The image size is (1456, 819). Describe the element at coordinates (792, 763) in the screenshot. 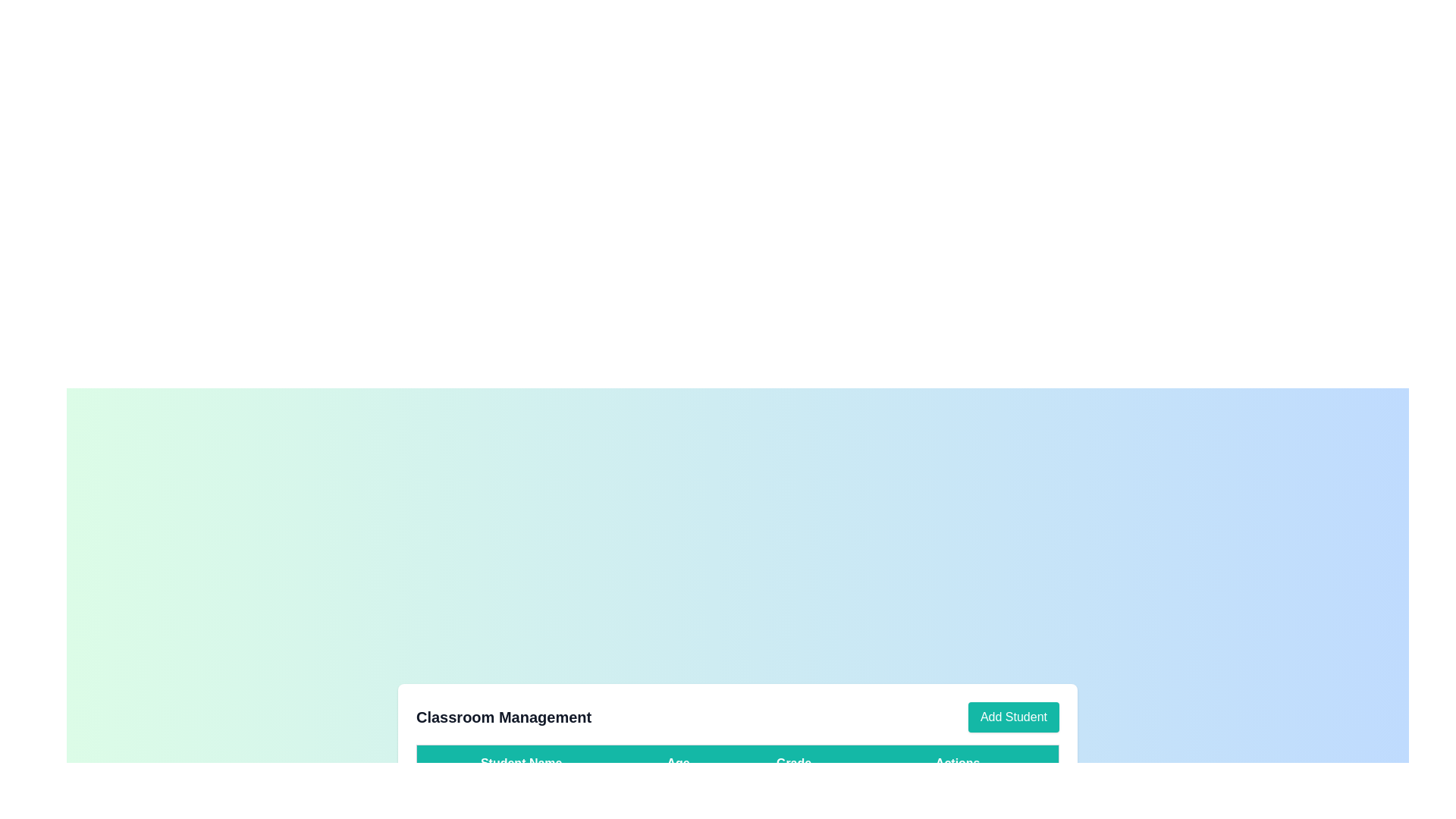

I see `the 'Grade' text label, which is the third label in a header row with a green background, displaying the word 'Grade' in white text` at that location.